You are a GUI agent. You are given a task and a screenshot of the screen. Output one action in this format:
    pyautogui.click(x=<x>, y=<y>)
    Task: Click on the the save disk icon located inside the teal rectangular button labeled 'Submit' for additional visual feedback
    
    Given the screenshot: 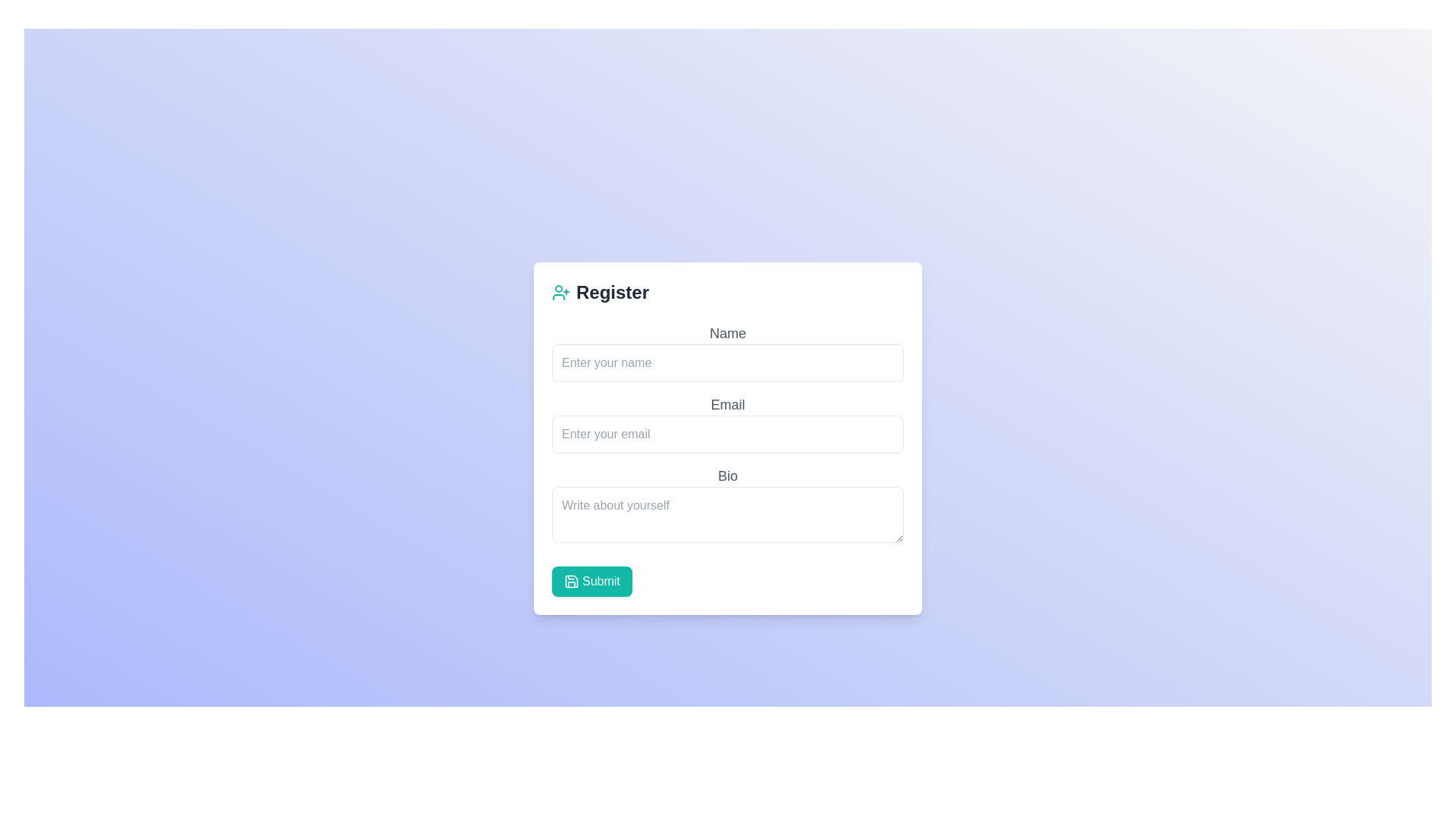 What is the action you would take?
    pyautogui.click(x=570, y=580)
    